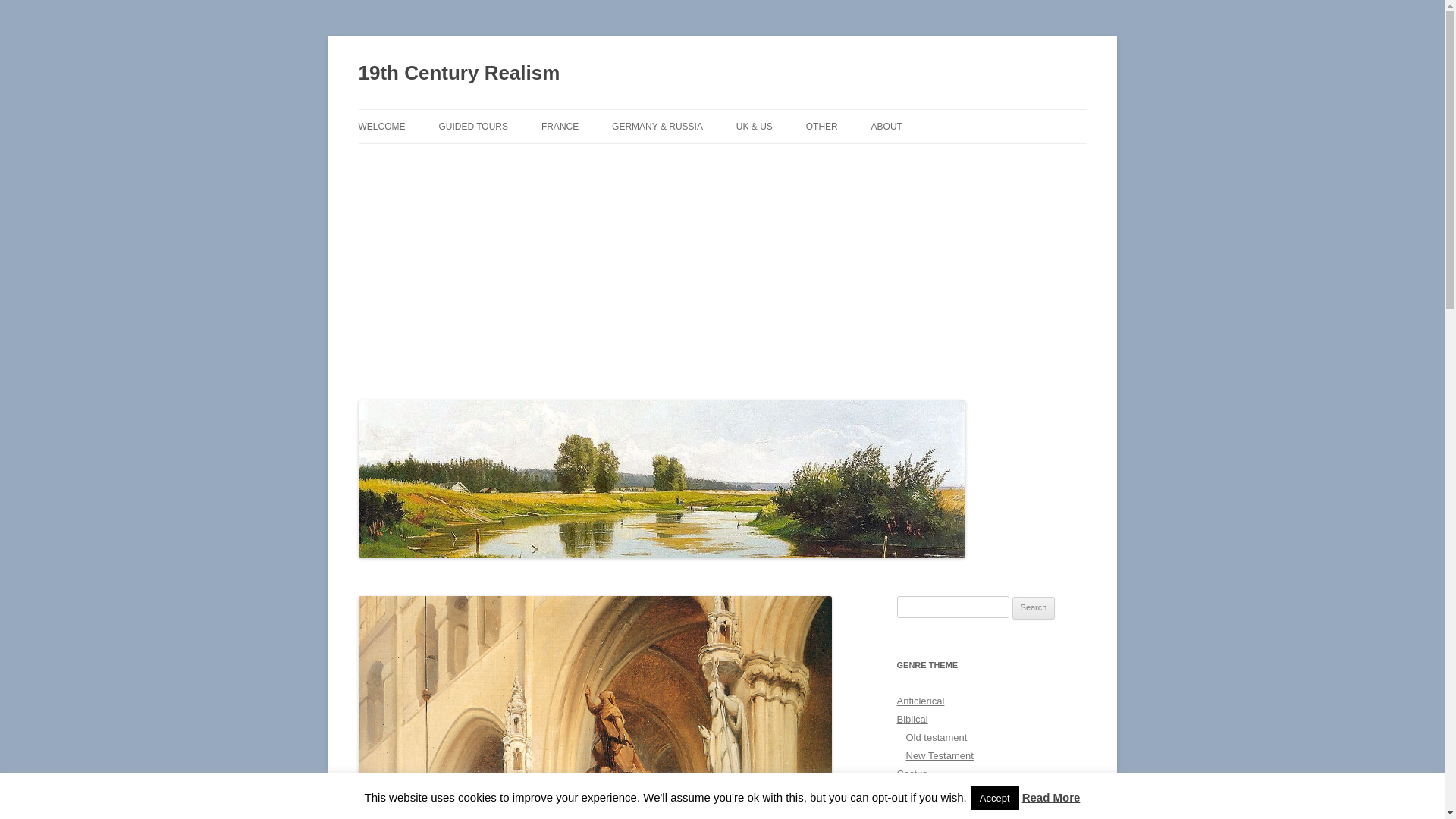 Image resolution: width=1456 pixels, height=819 pixels. What do you see at coordinates (1022, 796) in the screenshot?
I see `'Read More'` at bounding box center [1022, 796].